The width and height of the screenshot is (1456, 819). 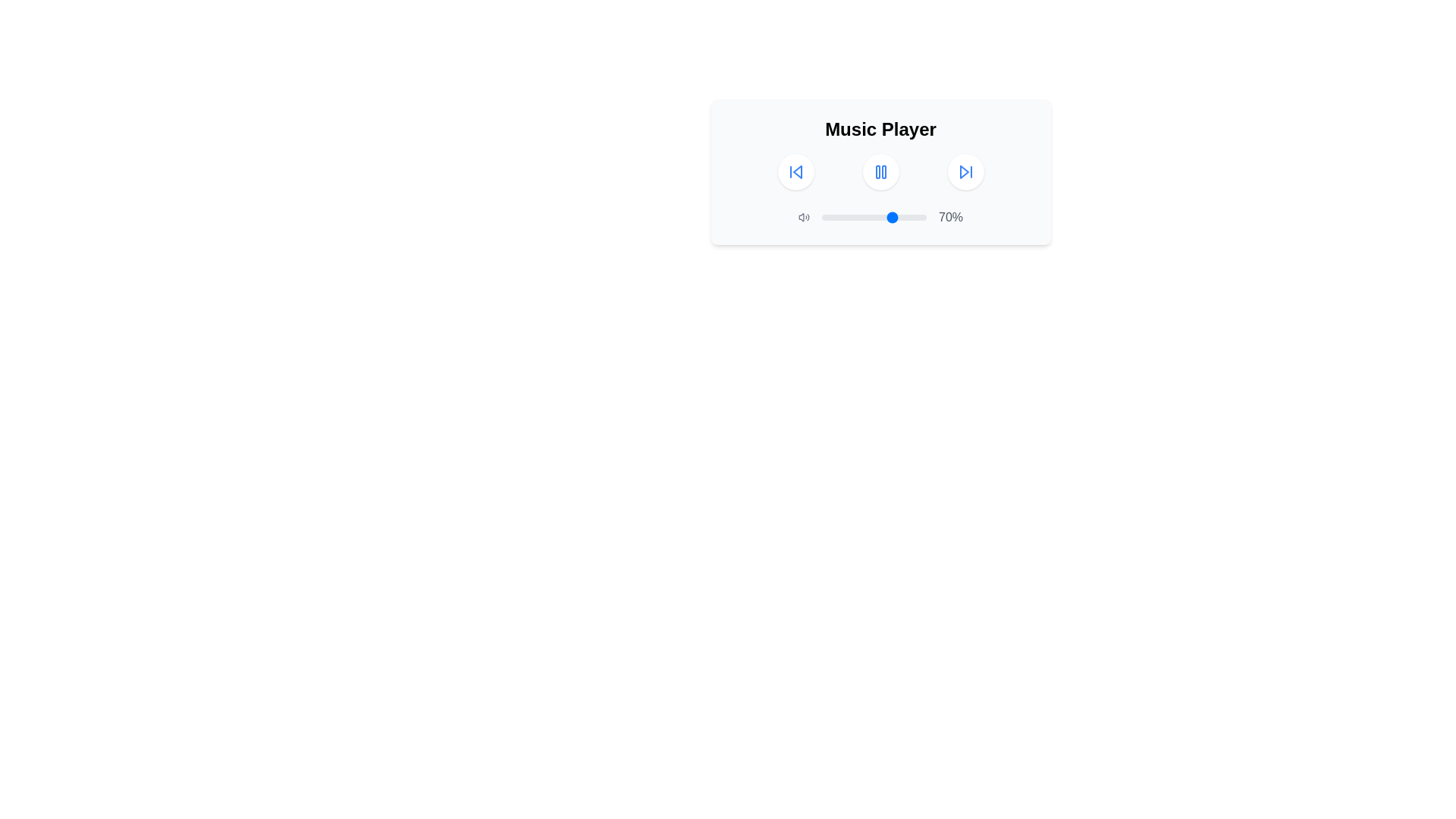 What do you see at coordinates (880, 171) in the screenshot?
I see `the pause button located between the previous and next track buttons in the music player interface` at bounding box center [880, 171].